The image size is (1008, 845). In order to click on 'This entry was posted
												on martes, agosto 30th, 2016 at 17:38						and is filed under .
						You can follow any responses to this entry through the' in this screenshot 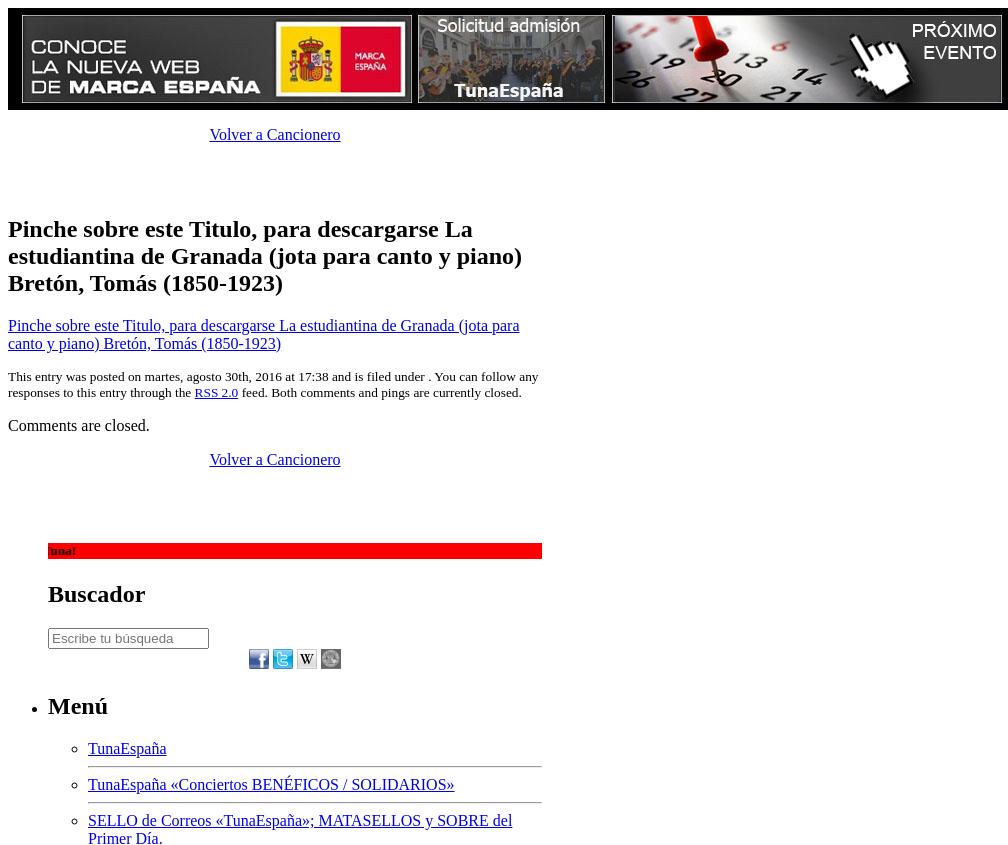, I will do `click(272, 382)`.